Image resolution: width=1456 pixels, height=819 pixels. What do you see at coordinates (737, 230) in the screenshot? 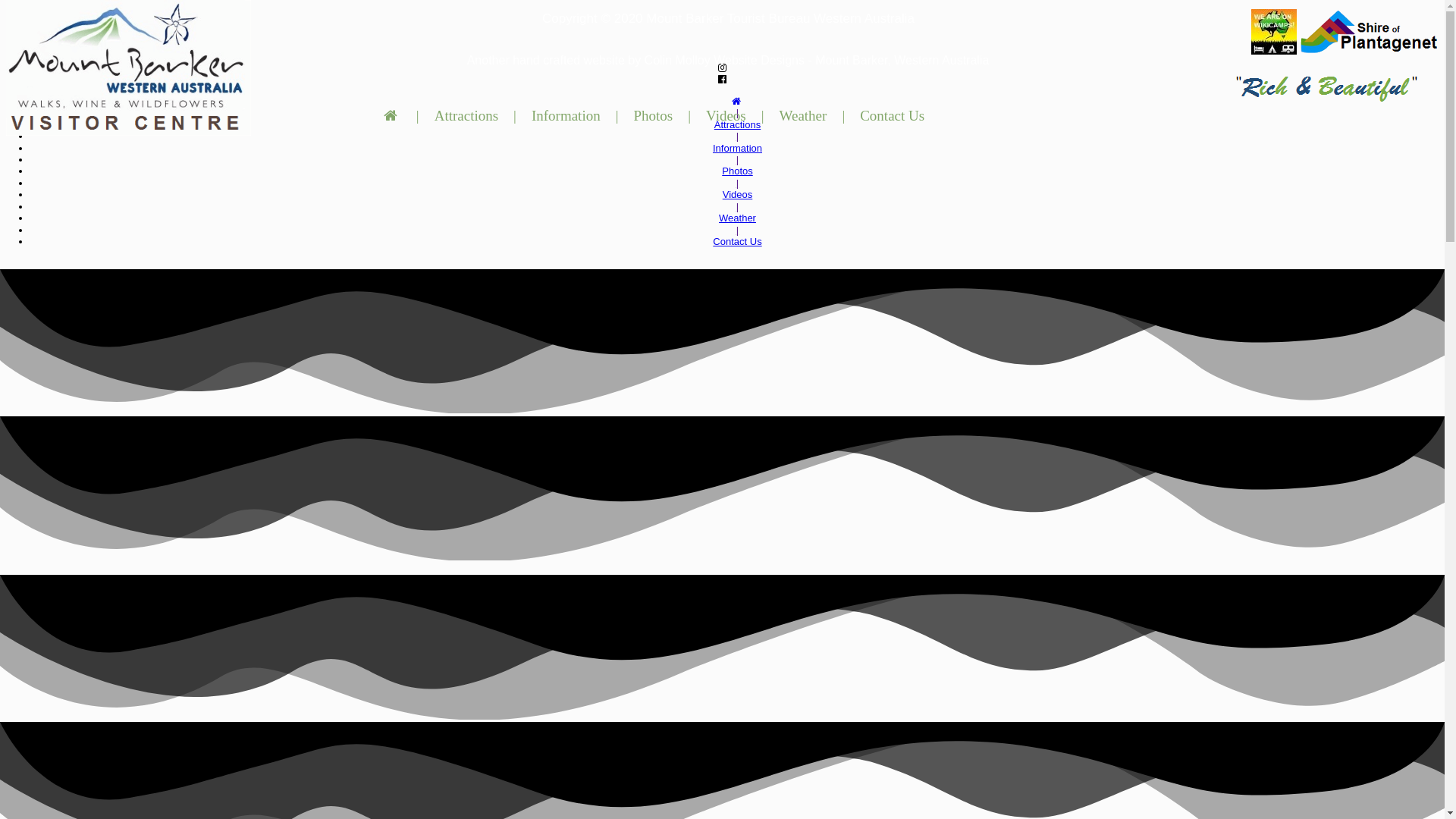
I see `'|'` at bounding box center [737, 230].